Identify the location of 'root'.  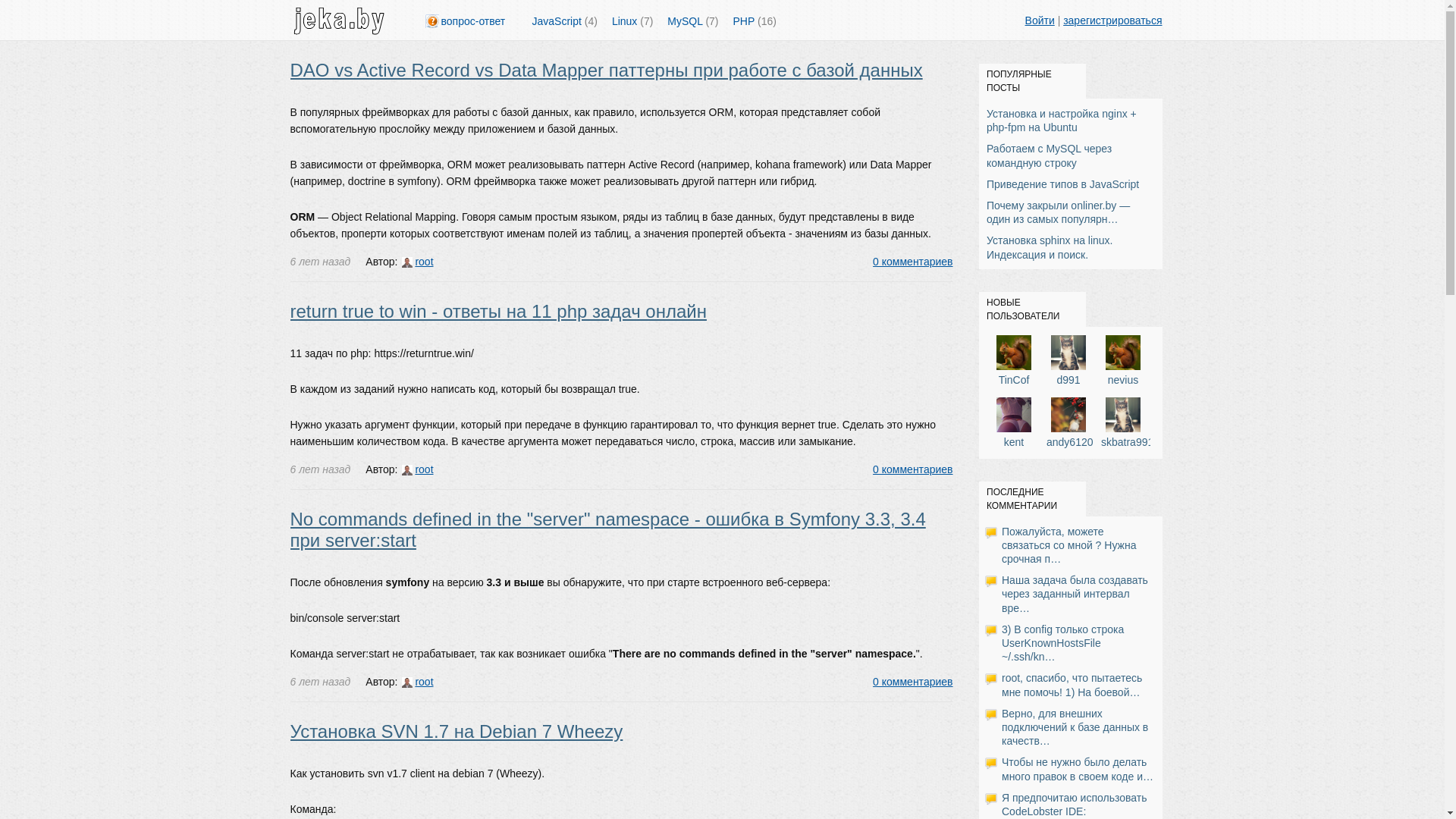
(417, 680).